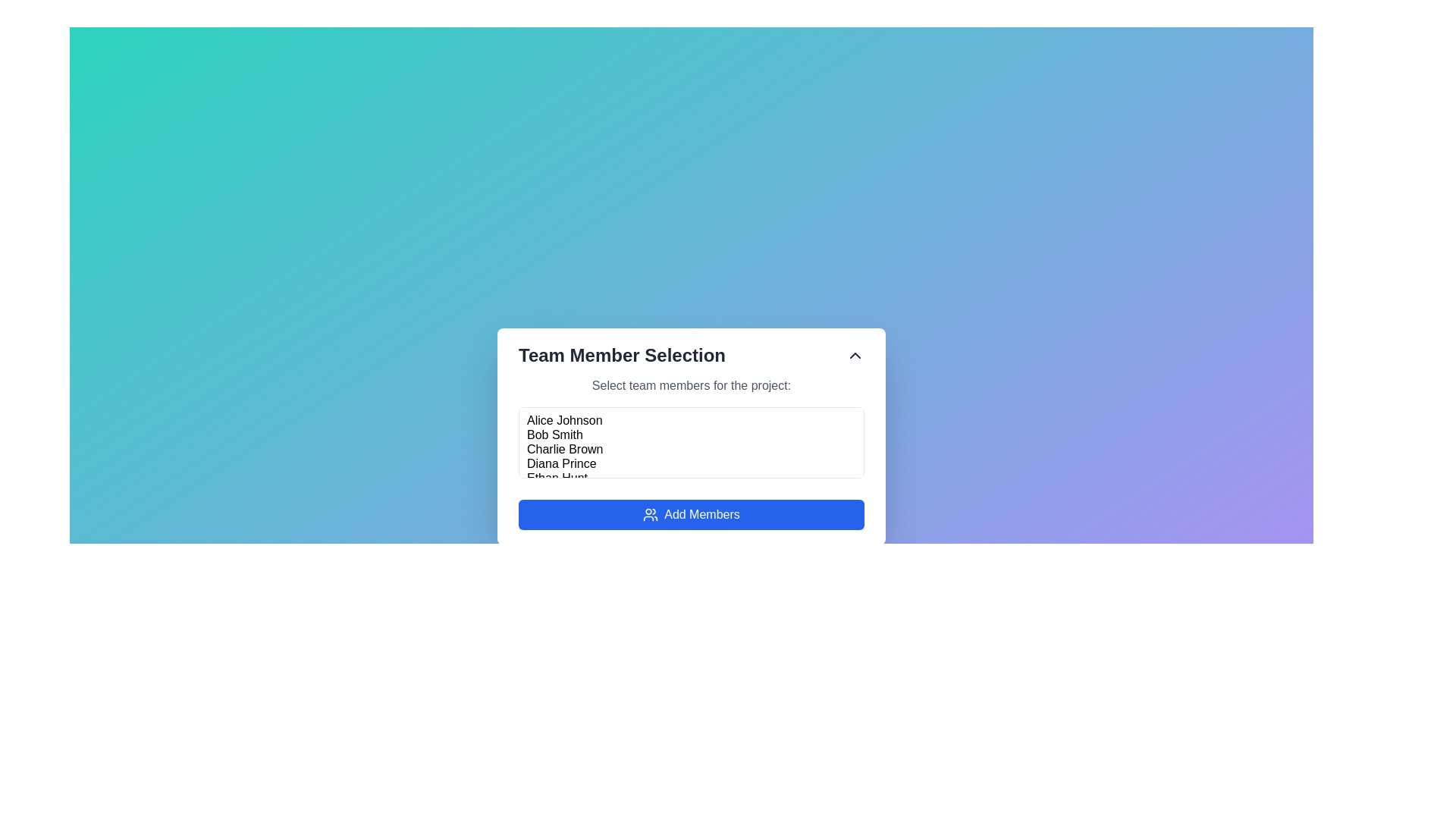 This screenshot has height=819, width=1456. What do you see at coordinates (691, 479) in the screenshot?
I see `on the last item in the selectable list of team members, located beneath the title 'Select team members for the project'` at bounding box center [691, 479].